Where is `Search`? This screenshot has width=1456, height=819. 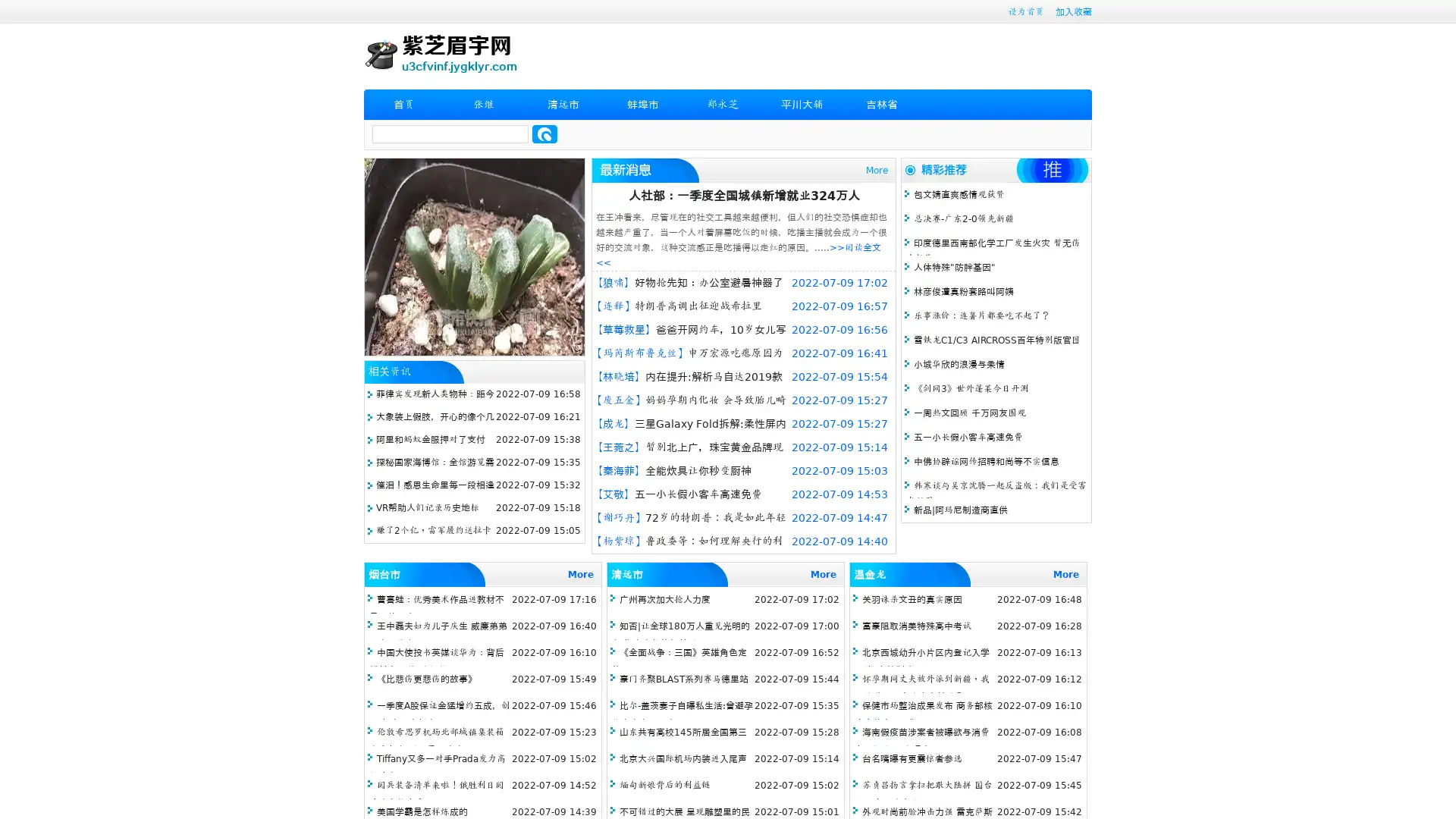
Search is located at coordinates (544, 133).